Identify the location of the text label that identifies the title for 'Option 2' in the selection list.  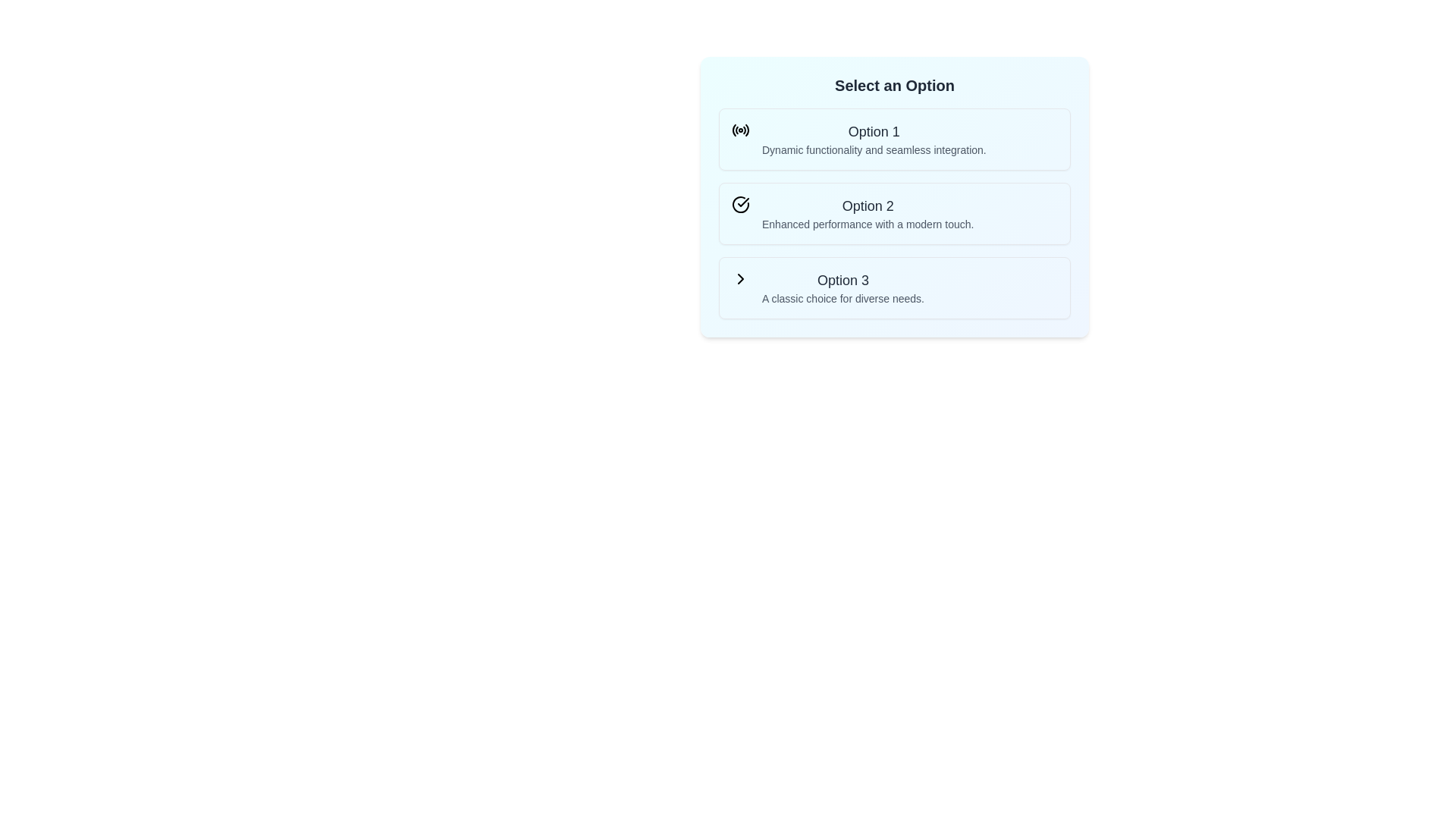
(868, 206).